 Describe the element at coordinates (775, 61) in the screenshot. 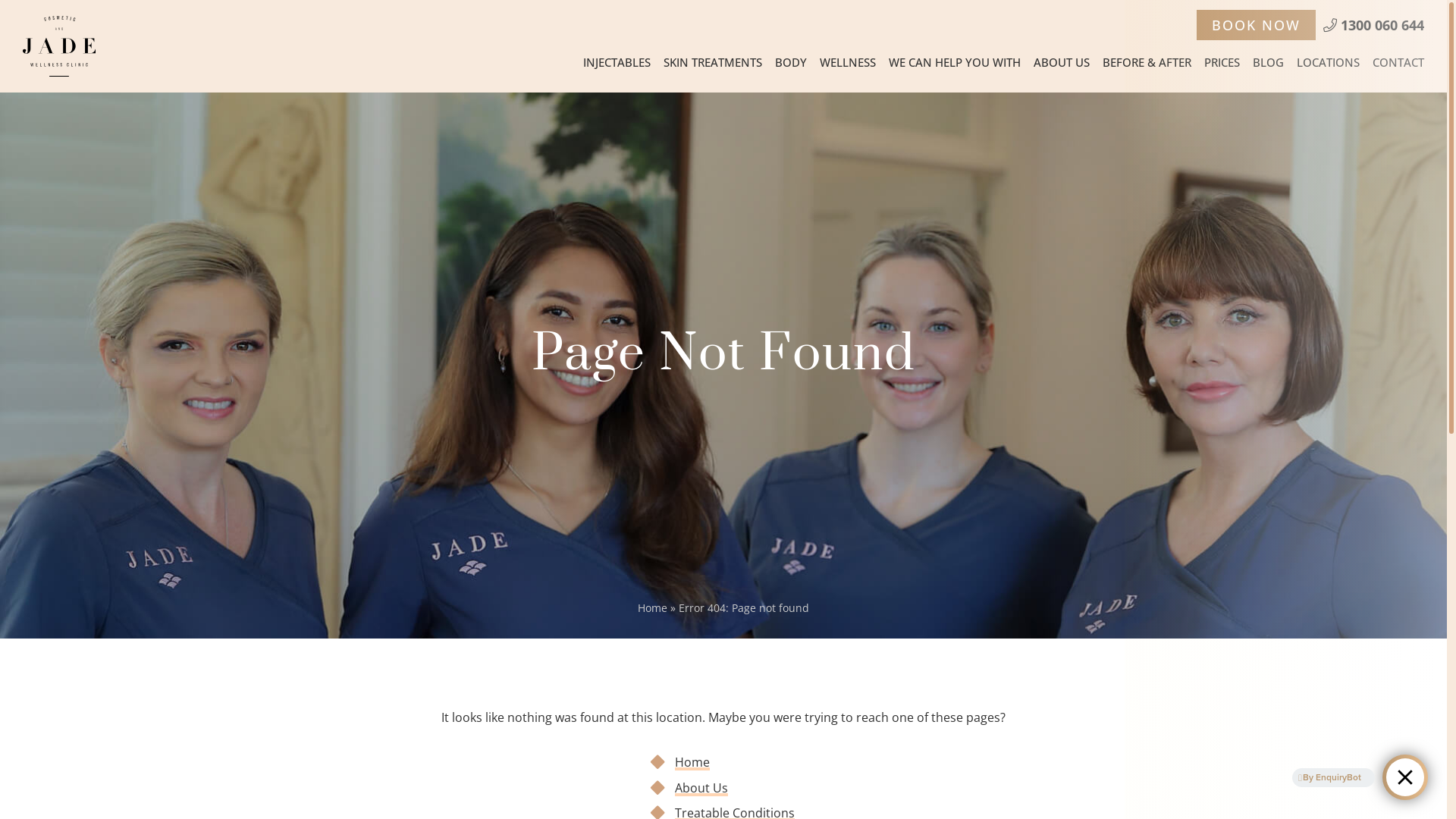

I see `'BODY'` at that location.